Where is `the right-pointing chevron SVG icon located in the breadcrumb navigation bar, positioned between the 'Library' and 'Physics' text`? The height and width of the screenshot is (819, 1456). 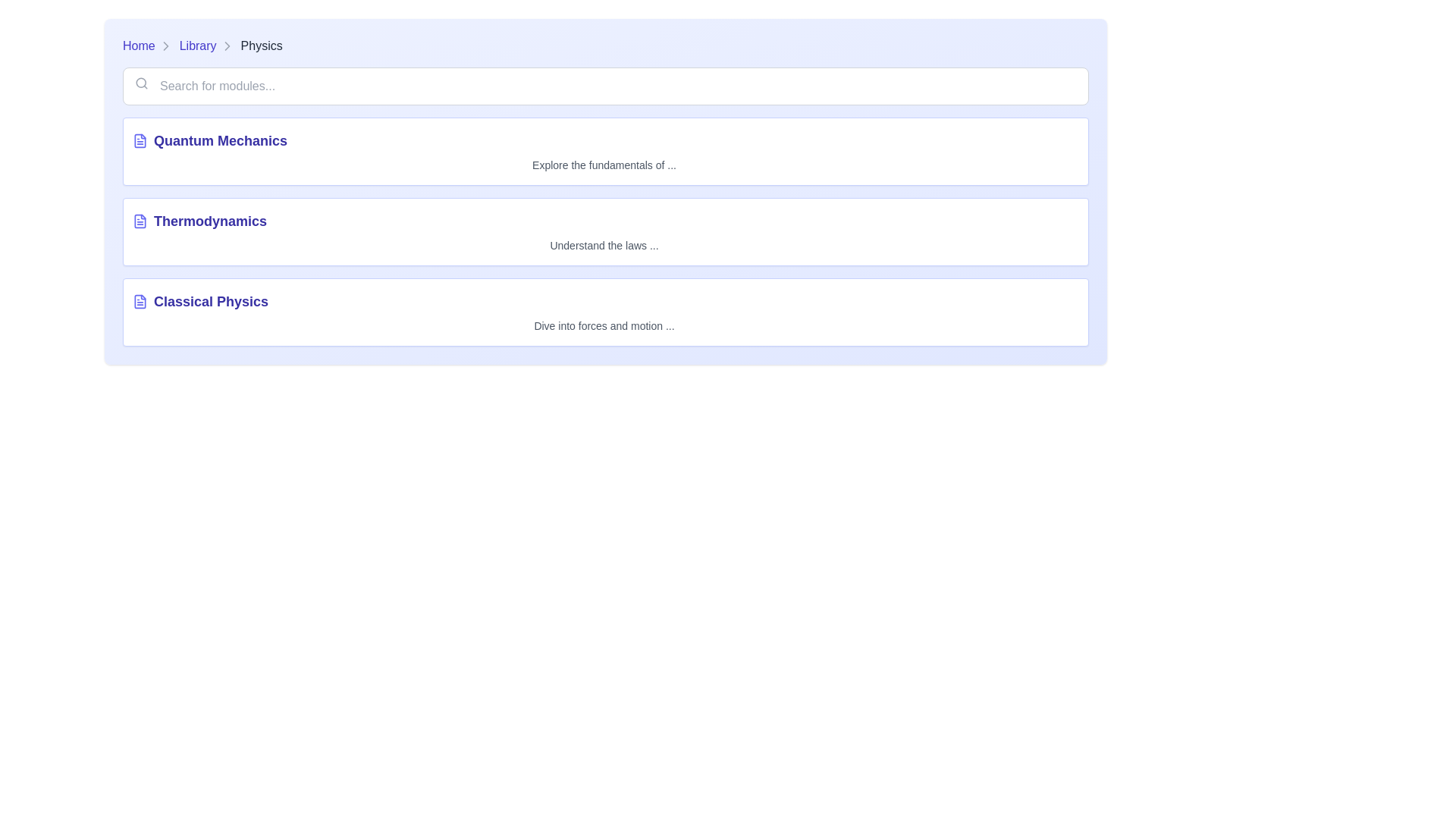 the right-pointing chevron SVG icon located in the breadcrumb navigation bar, positioned between the 'Library' and 'Physics' text is located at coordinates (226, 45).